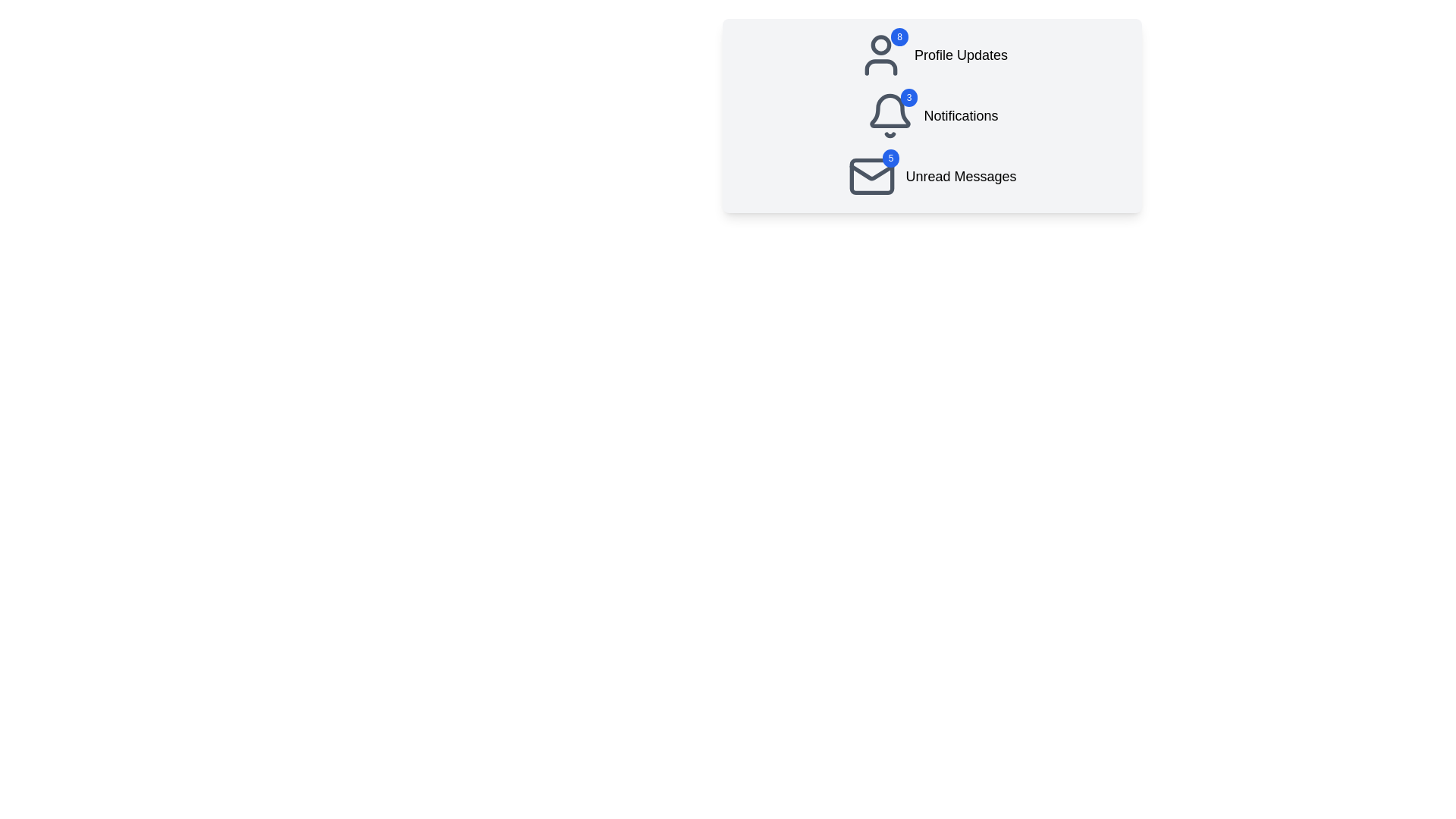 The width and height of the screenshot is (1456, 819). Describe the element at coordinates (931, 55) in the screenshot. I see `the List Item with Notification Badge that displays the text 'Profile Updates' and the badge with the number '8'` at that location.